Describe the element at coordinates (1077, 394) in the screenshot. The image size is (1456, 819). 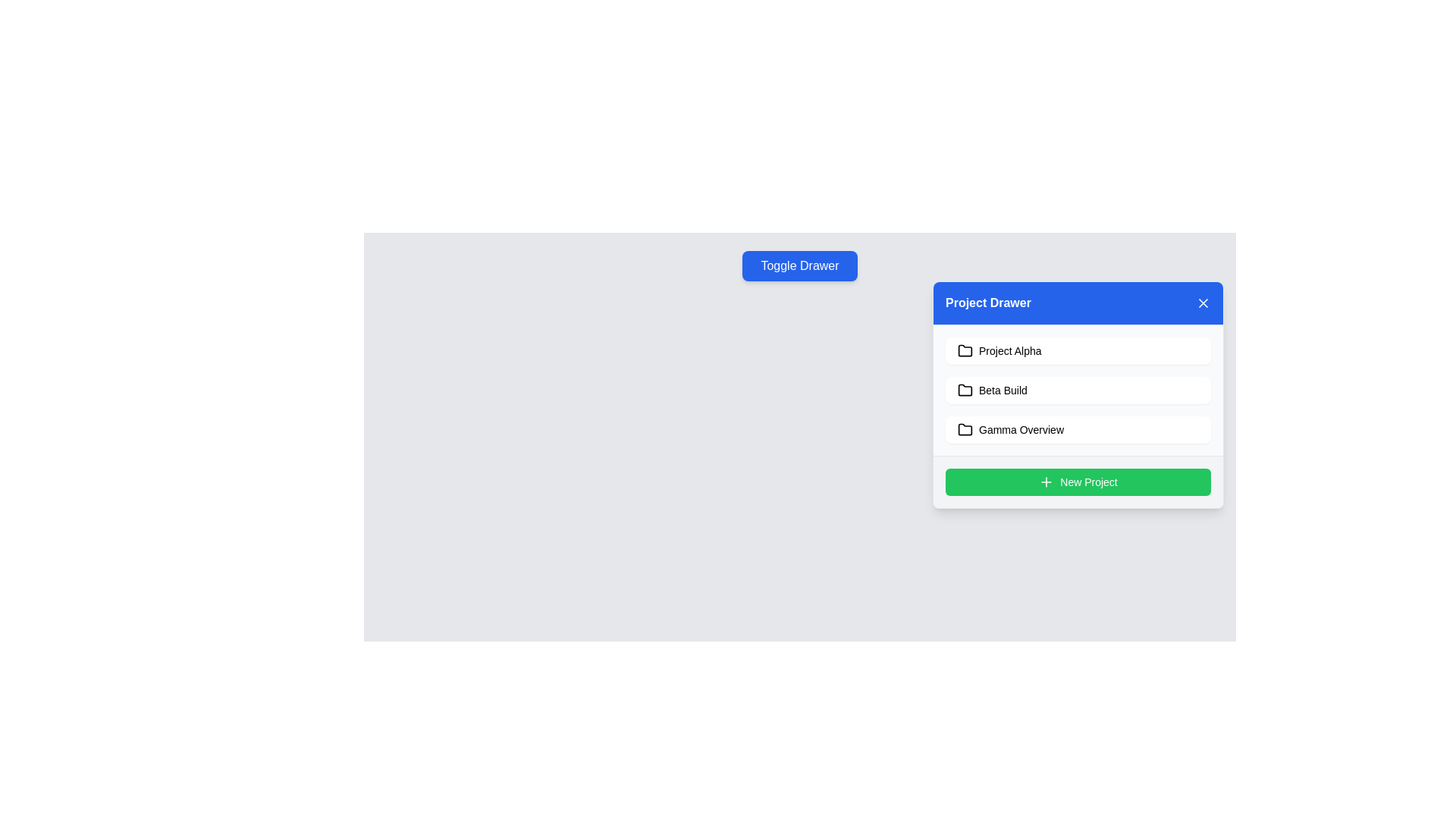
I see `the 'Beta Build' menu item in the 'Project Drawer'` at that location.